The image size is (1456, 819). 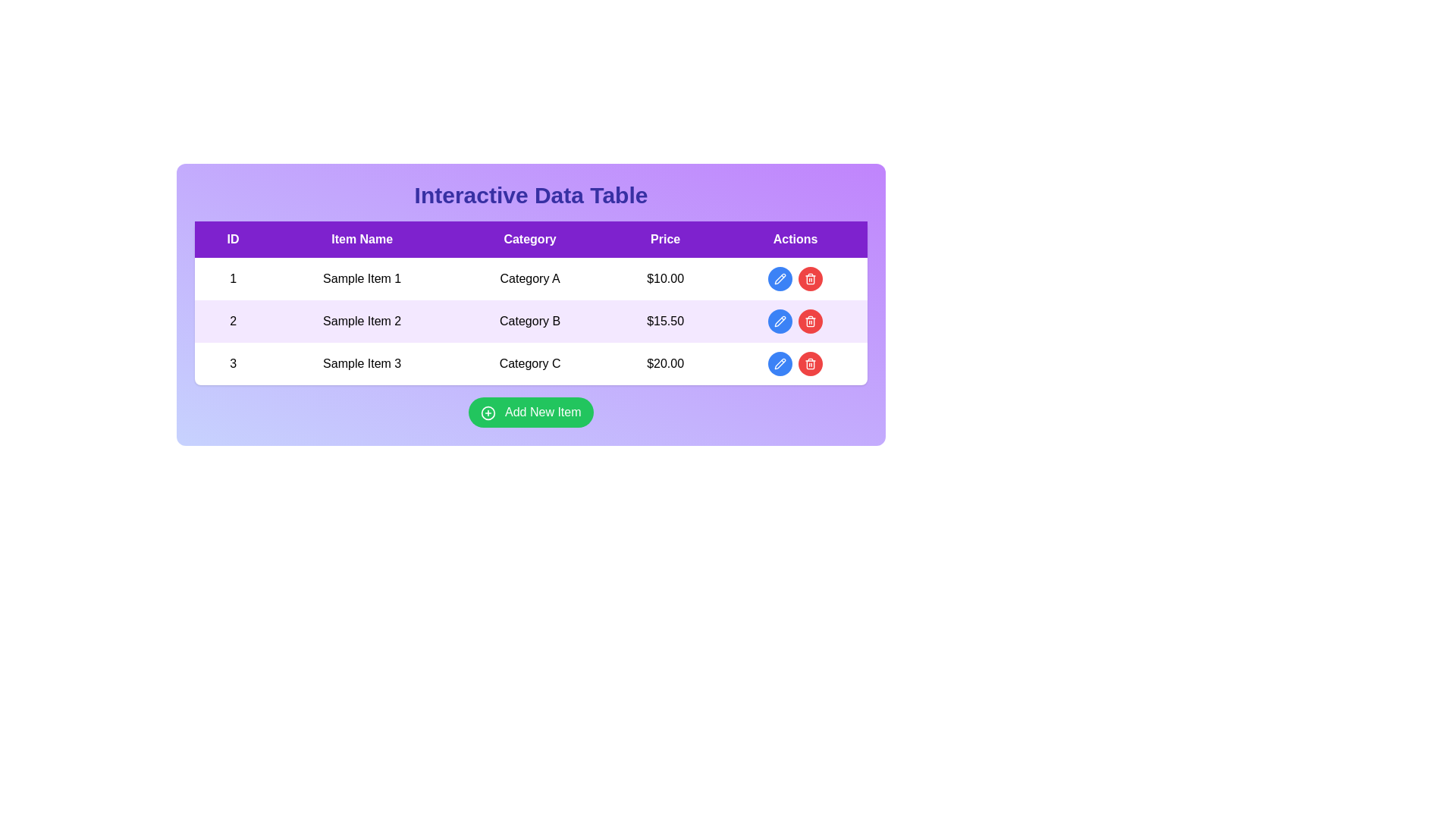 What do you see at coordinates (780, 278) in the screenshot?
I see `the blue circular icon button with a pencil graphic located in the 'Actions' column of the second row of the interactive data table` at bounding box center [780, 278].